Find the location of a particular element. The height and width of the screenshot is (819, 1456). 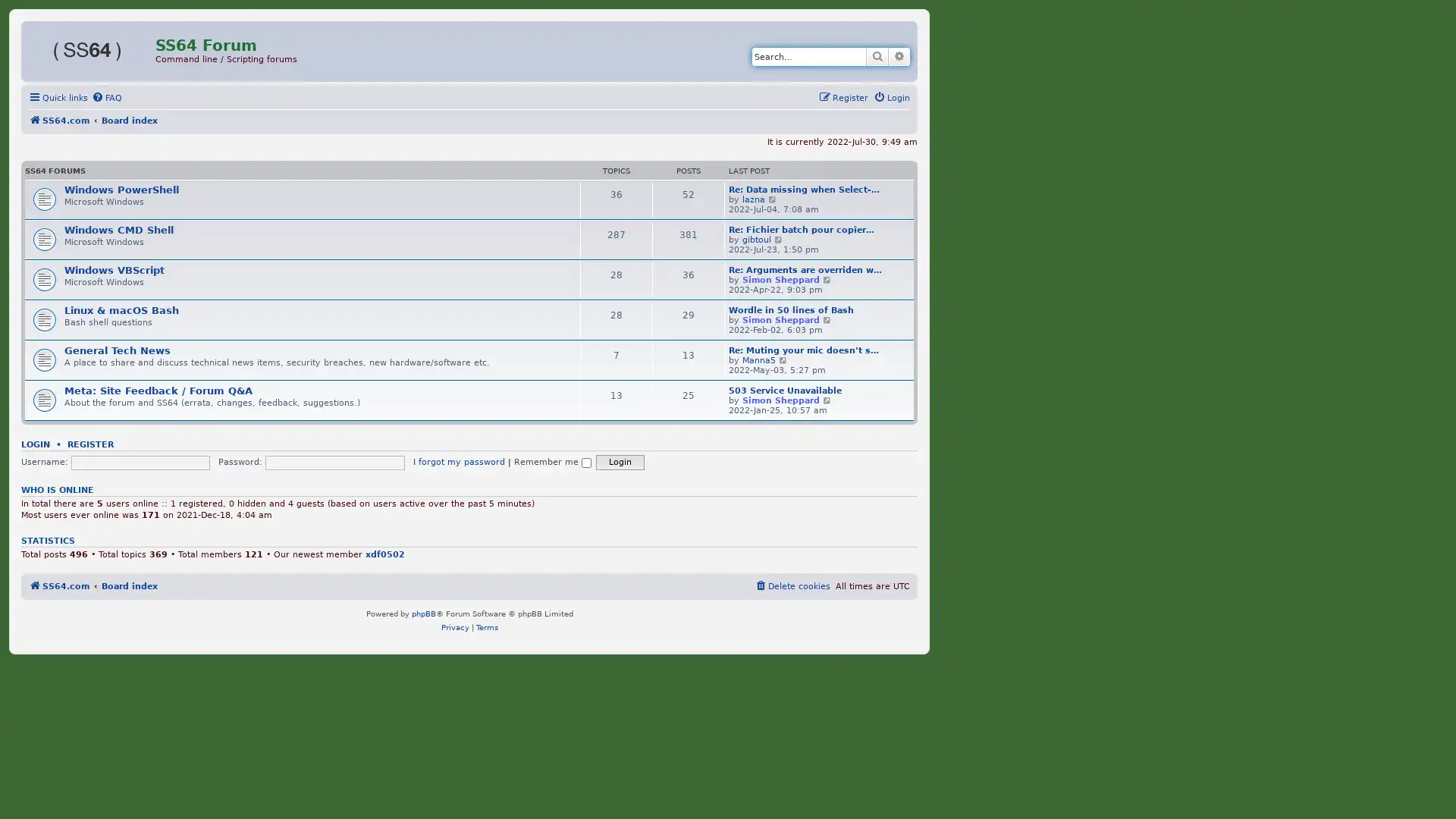

Search is located at coordinates (877, 55).